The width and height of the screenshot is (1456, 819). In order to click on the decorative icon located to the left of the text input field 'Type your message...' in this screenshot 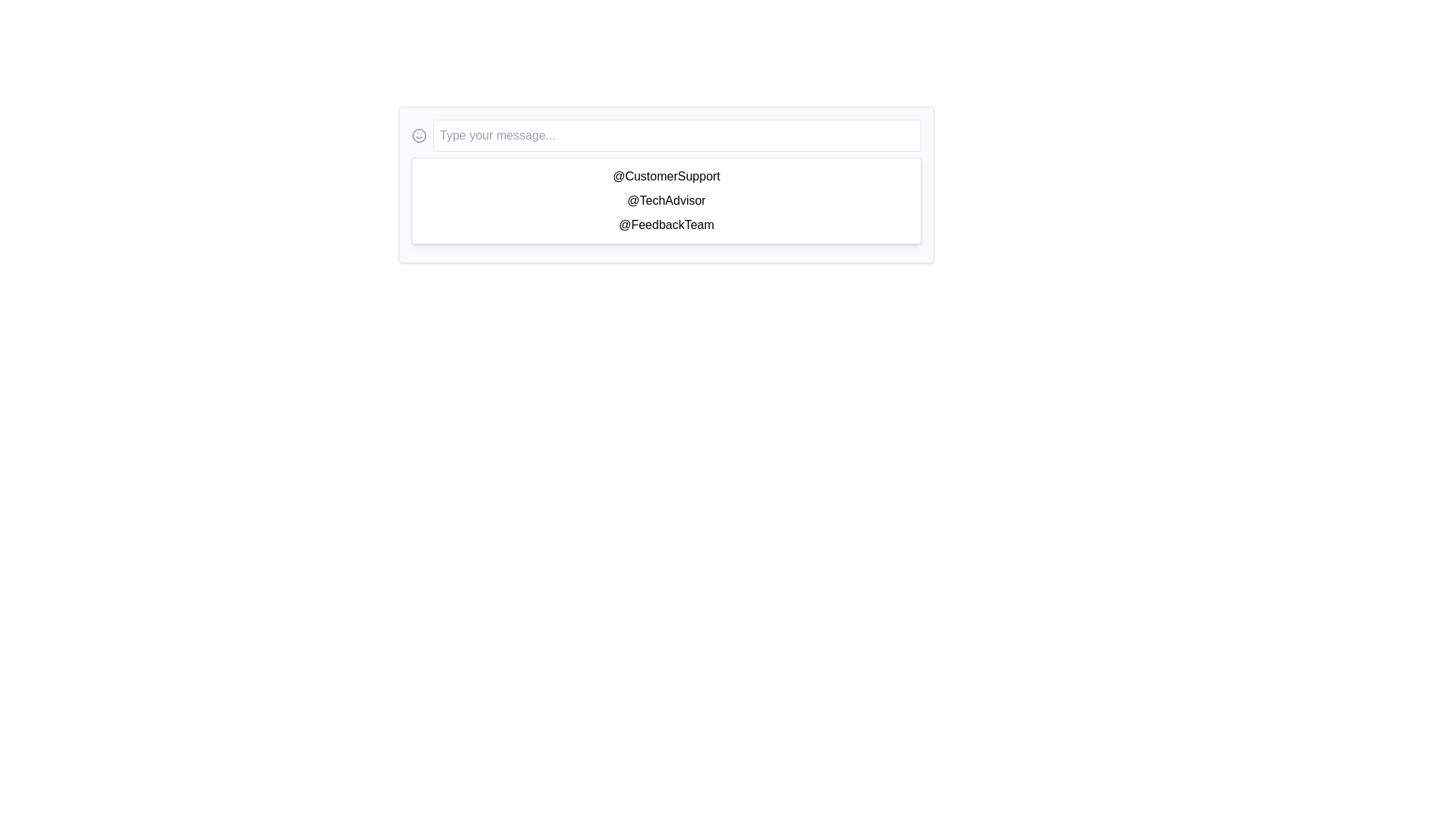, I will do `click(419, 134)`.